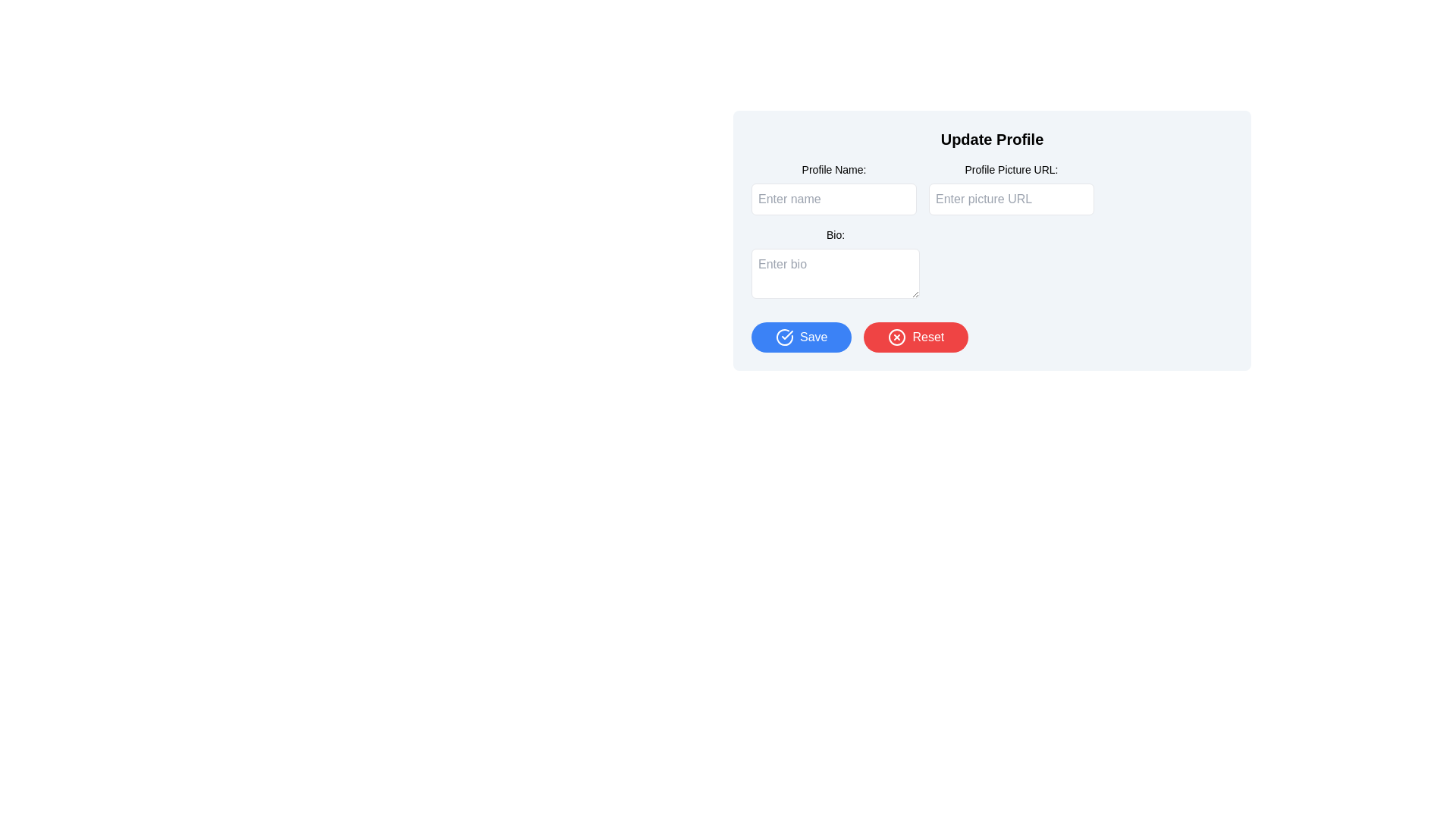 This screenshot has height=819, width=1456. What do you see at coordinates (915, 336) in the screenshot?
I see `the red 'Reset' button with rounded edges that contains the text 'Reset' in white, located to the right of the blue 'Save' button, to reset the form inputs` at bounding box center [915, 336].